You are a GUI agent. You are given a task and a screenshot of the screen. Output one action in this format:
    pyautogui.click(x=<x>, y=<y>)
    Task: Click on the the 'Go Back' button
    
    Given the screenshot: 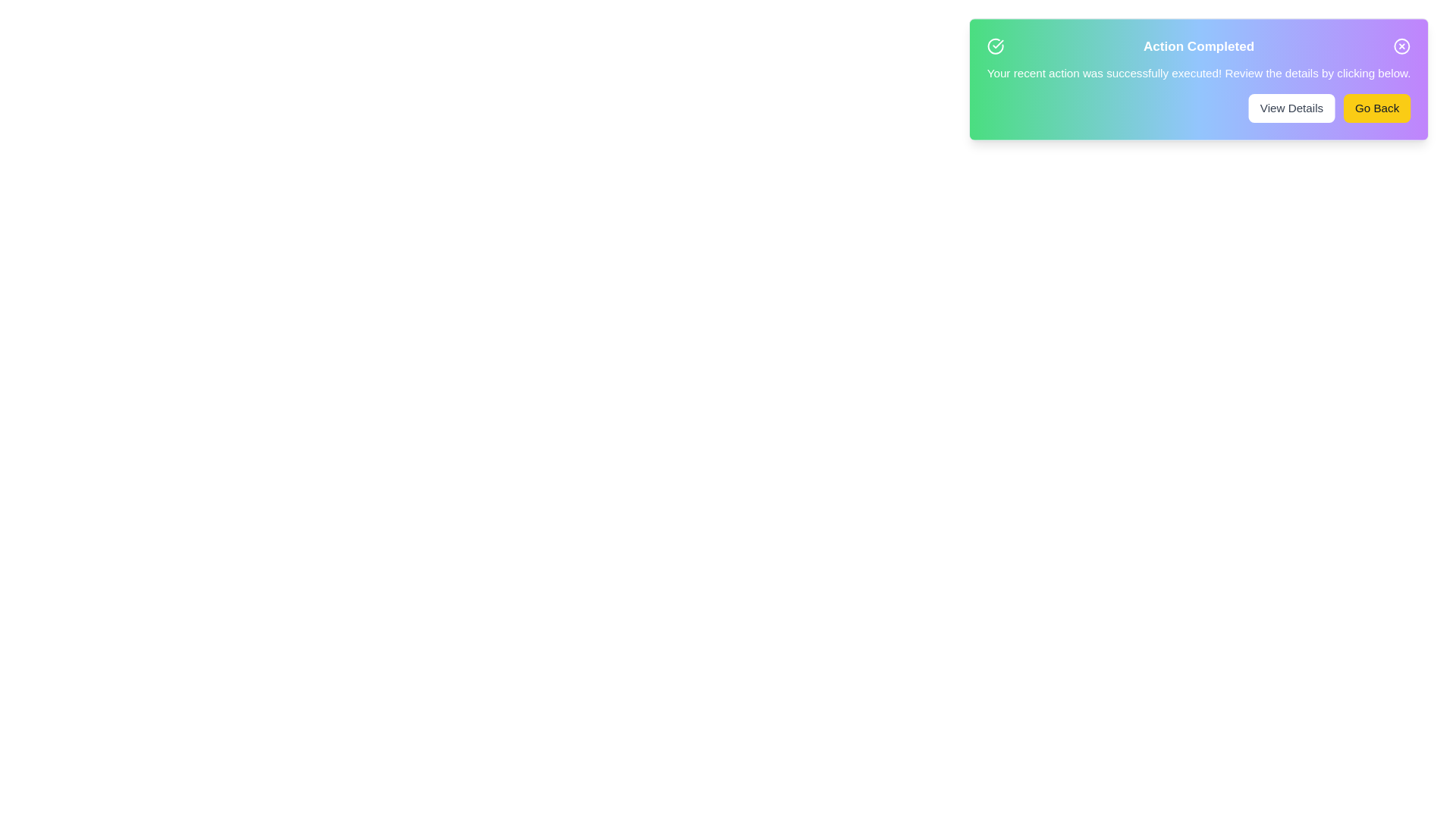 What is the action you would take?
    pyautogui.click(x=1376, y=107)
    